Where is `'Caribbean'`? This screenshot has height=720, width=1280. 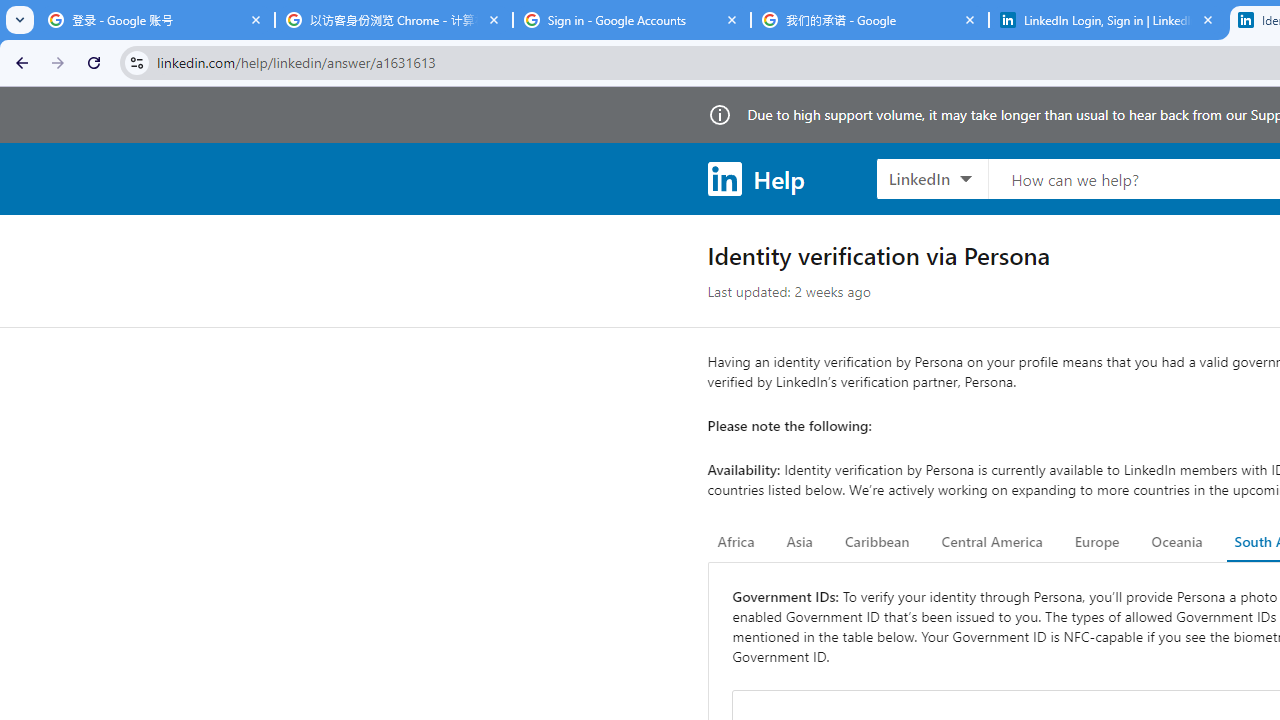 'Caribbean' is located at coordinates (876, 542).